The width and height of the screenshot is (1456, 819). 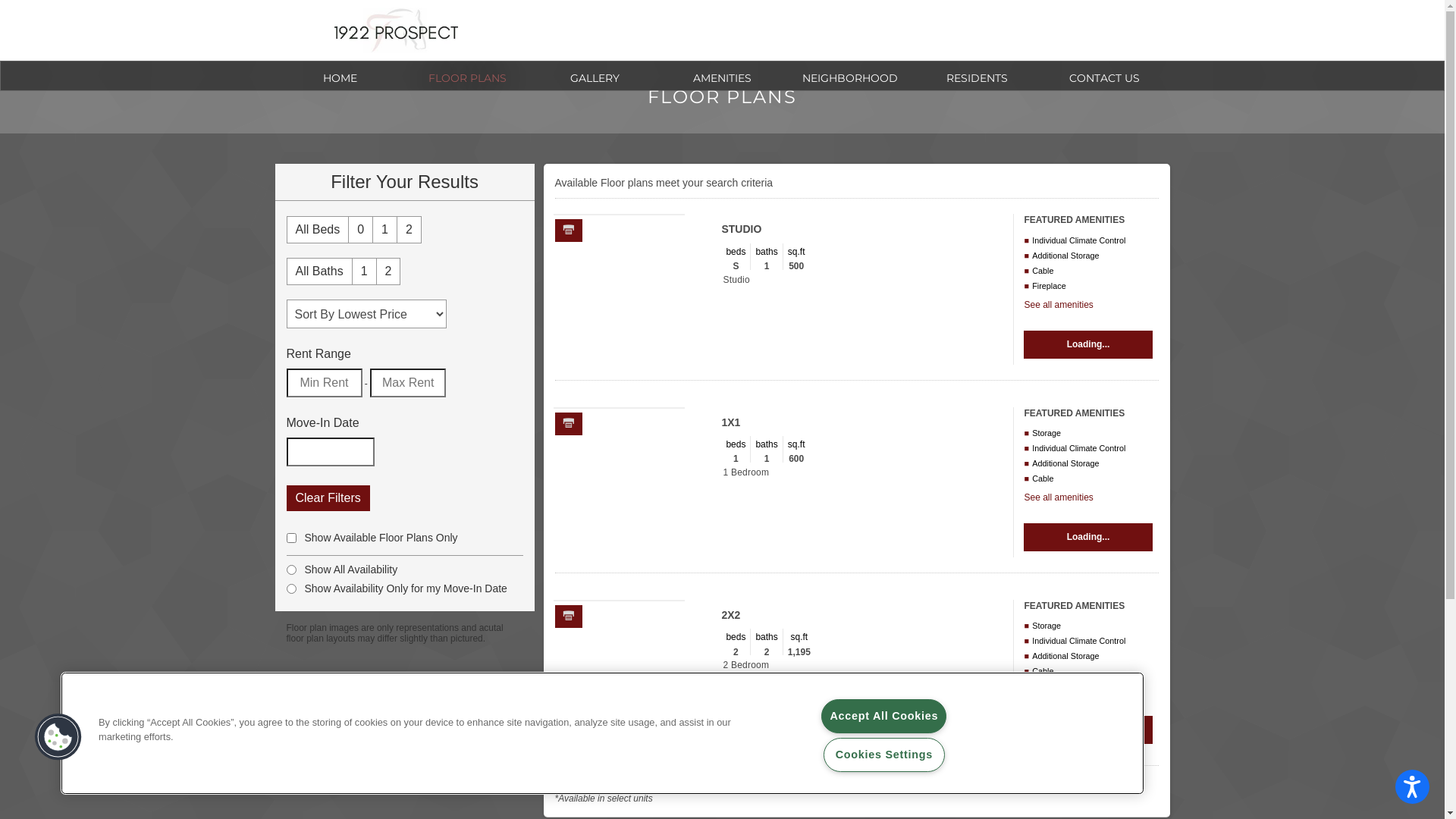 What do you see at coordinates (58, 736) in the screenshot?
I see `'Cookies Button'` at bounding box center [58, 736].